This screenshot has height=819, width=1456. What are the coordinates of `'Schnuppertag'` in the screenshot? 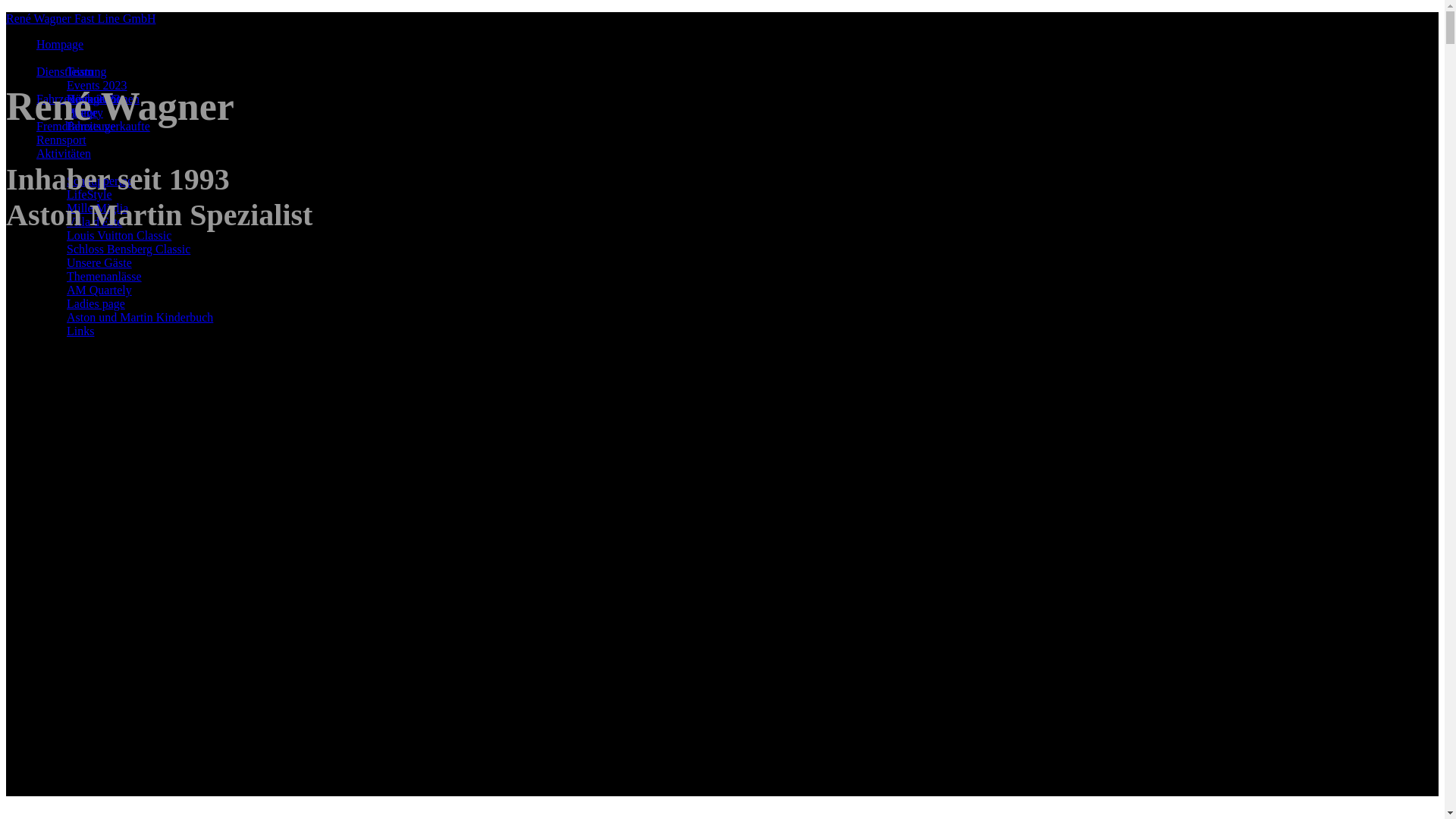 It's located at (99, 180).